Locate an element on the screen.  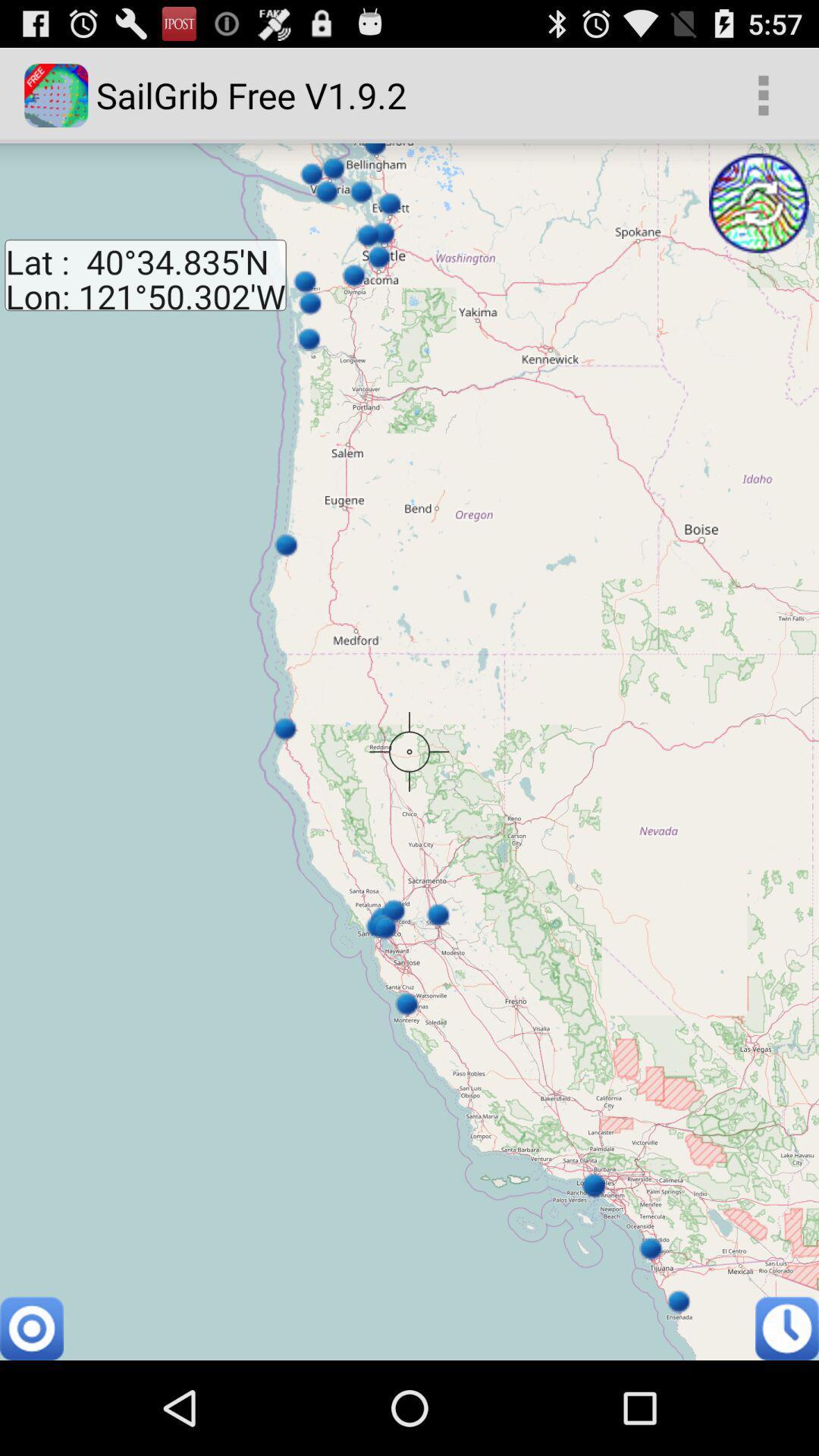
the time icon is located at coordinates (786, 1421).